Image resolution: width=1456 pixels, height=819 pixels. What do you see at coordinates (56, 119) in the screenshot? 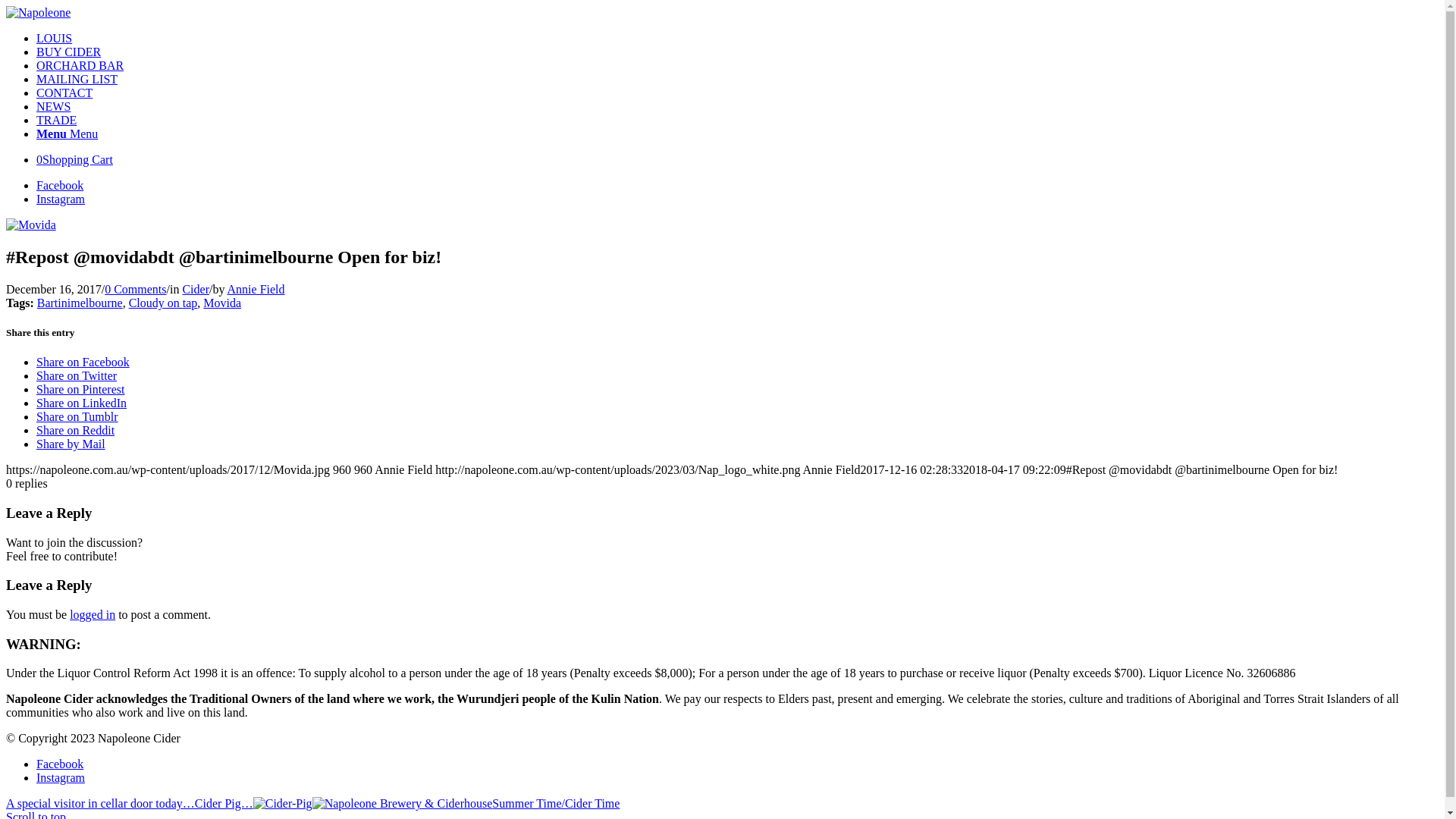
I see `'TRADE'` at bounding box center [56, 119].